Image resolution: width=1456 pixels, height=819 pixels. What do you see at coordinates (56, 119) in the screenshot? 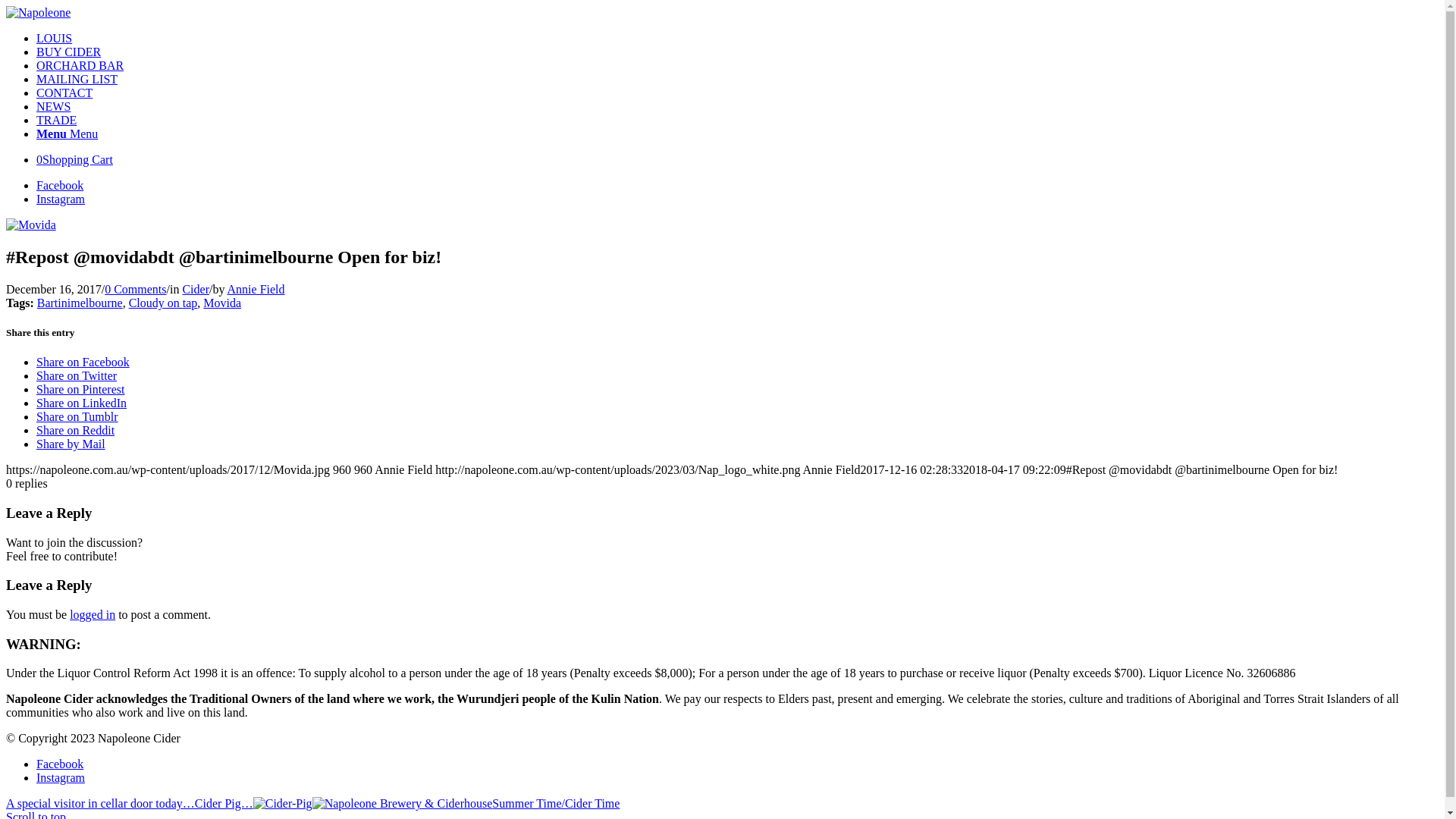
I see `'TRADE'` at bounding box center [56, 119].